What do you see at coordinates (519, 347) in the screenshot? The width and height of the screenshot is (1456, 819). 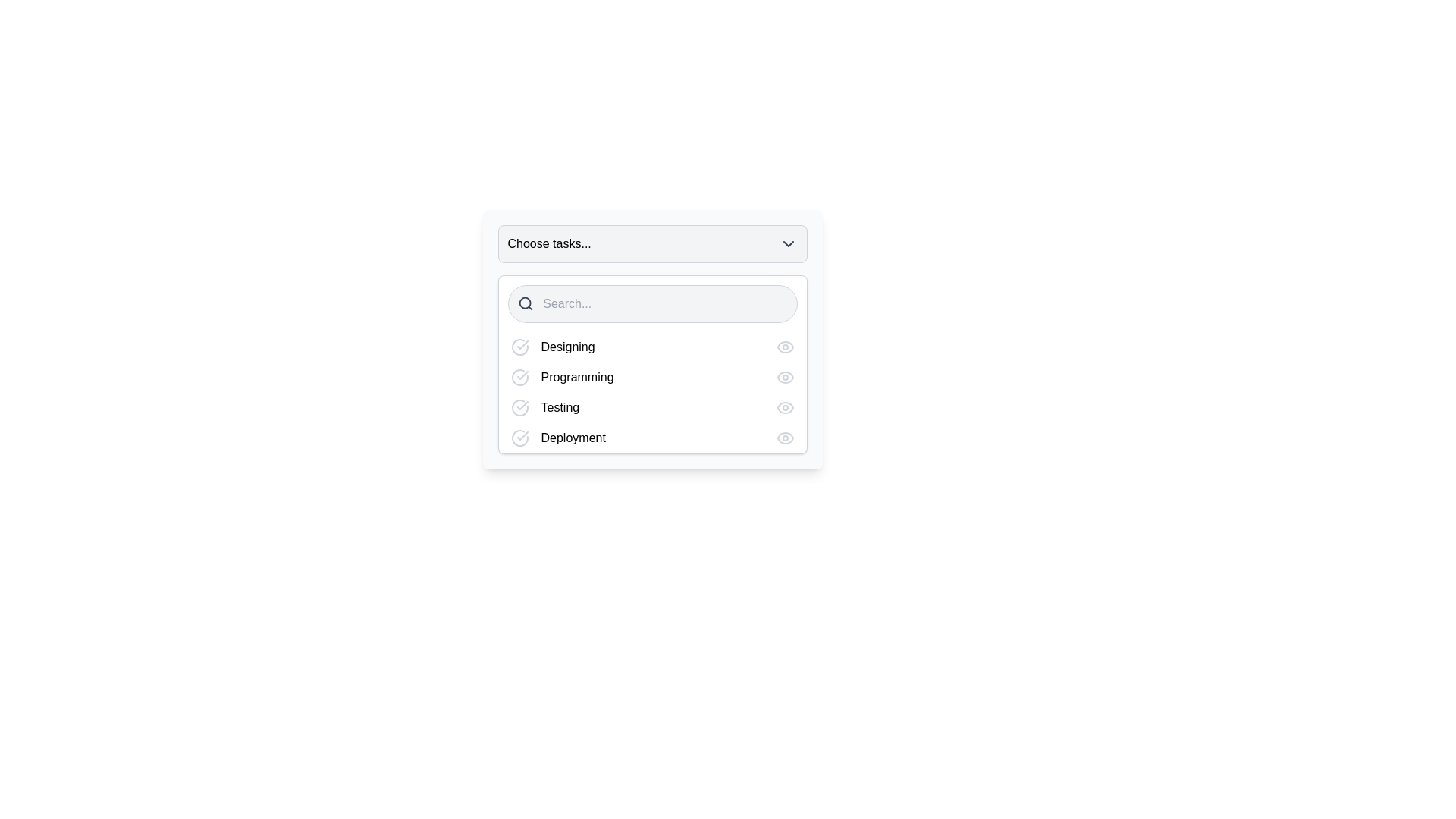 I see `the status icon to the left of the 'Designing' task in the dropdown menu` at bounding box center [519, 347].